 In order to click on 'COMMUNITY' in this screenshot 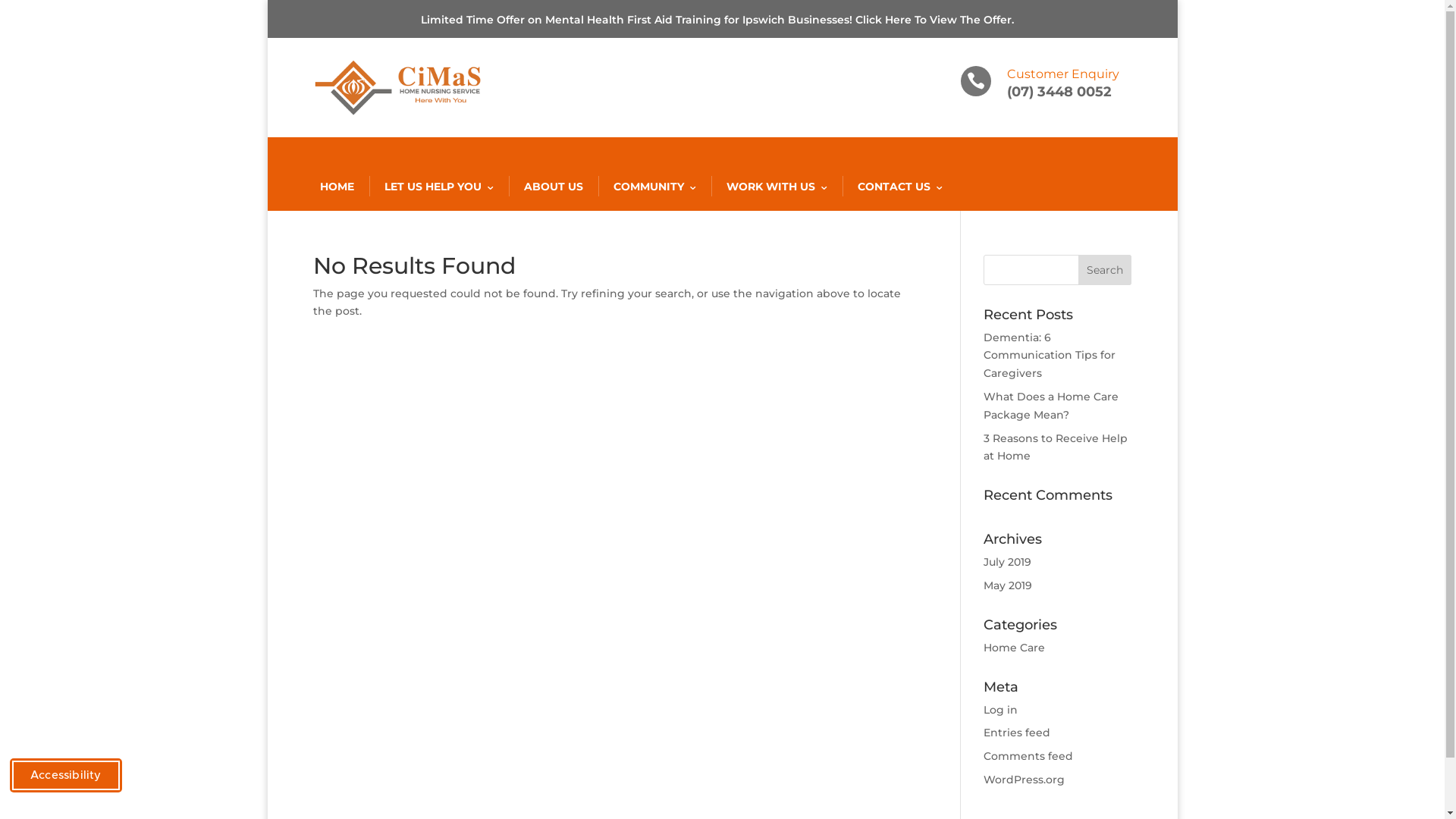, I will do `click(654, 186)`.